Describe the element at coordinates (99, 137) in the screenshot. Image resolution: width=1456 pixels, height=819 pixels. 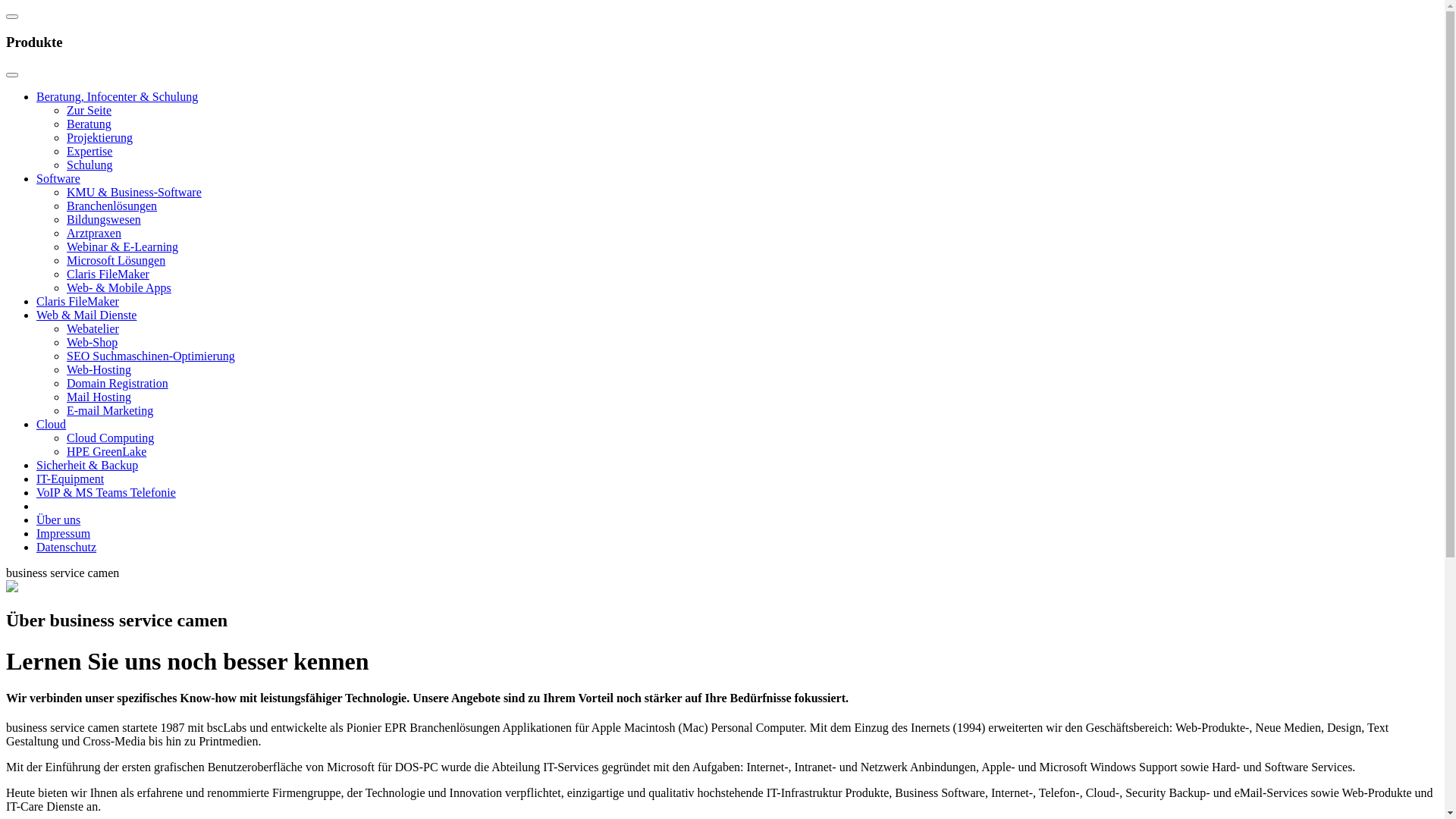
I see `'Projektierung'` at that location.